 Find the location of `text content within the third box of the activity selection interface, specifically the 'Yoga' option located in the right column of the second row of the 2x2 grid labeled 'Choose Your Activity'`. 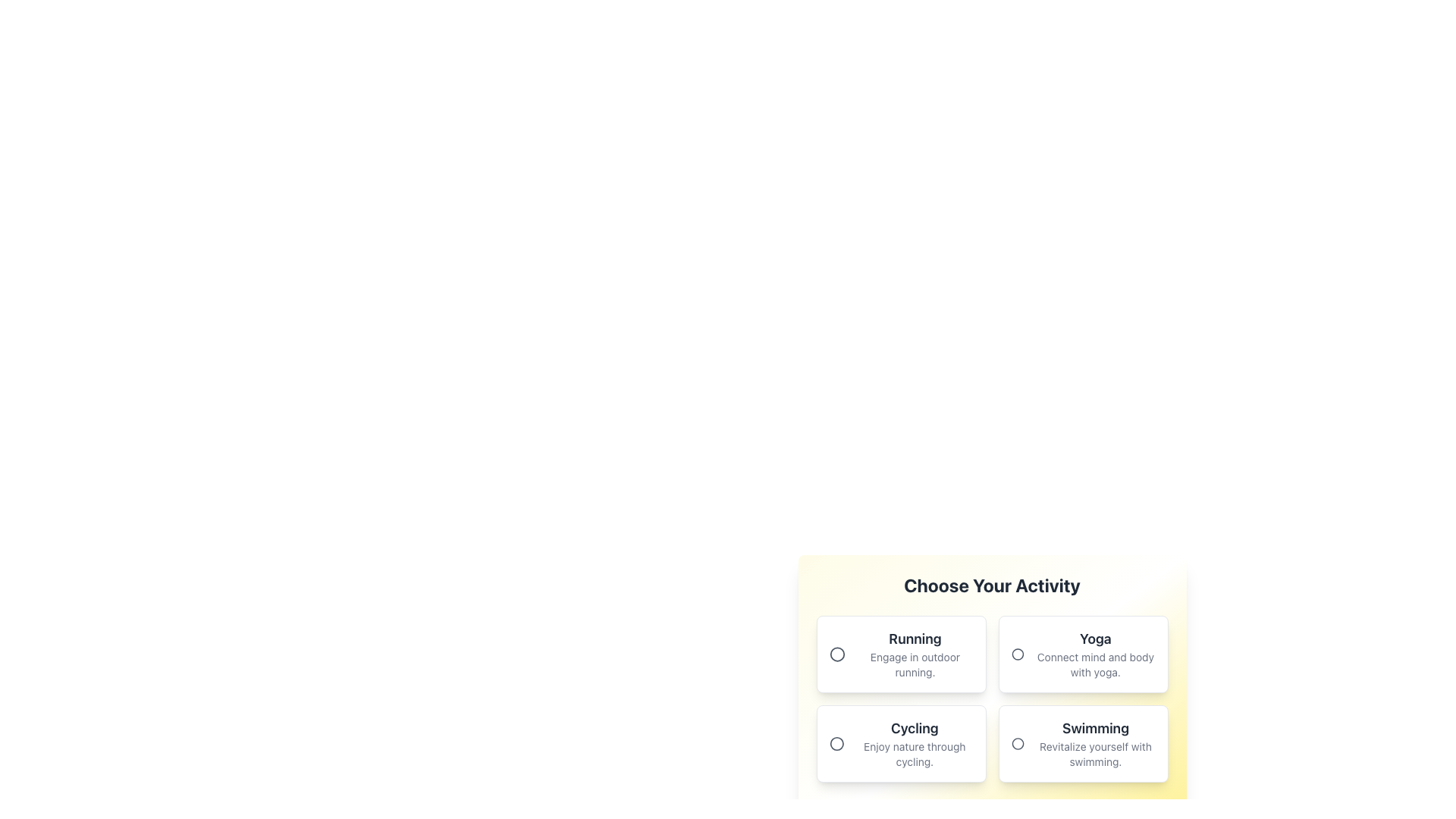

text content within the third box of the activity selection interface, specifically the 'Yoga' option located in the right column of the second row of the 2x2 grid labeled 'Choose Your Activity' is located at coordinates (1095, 654).